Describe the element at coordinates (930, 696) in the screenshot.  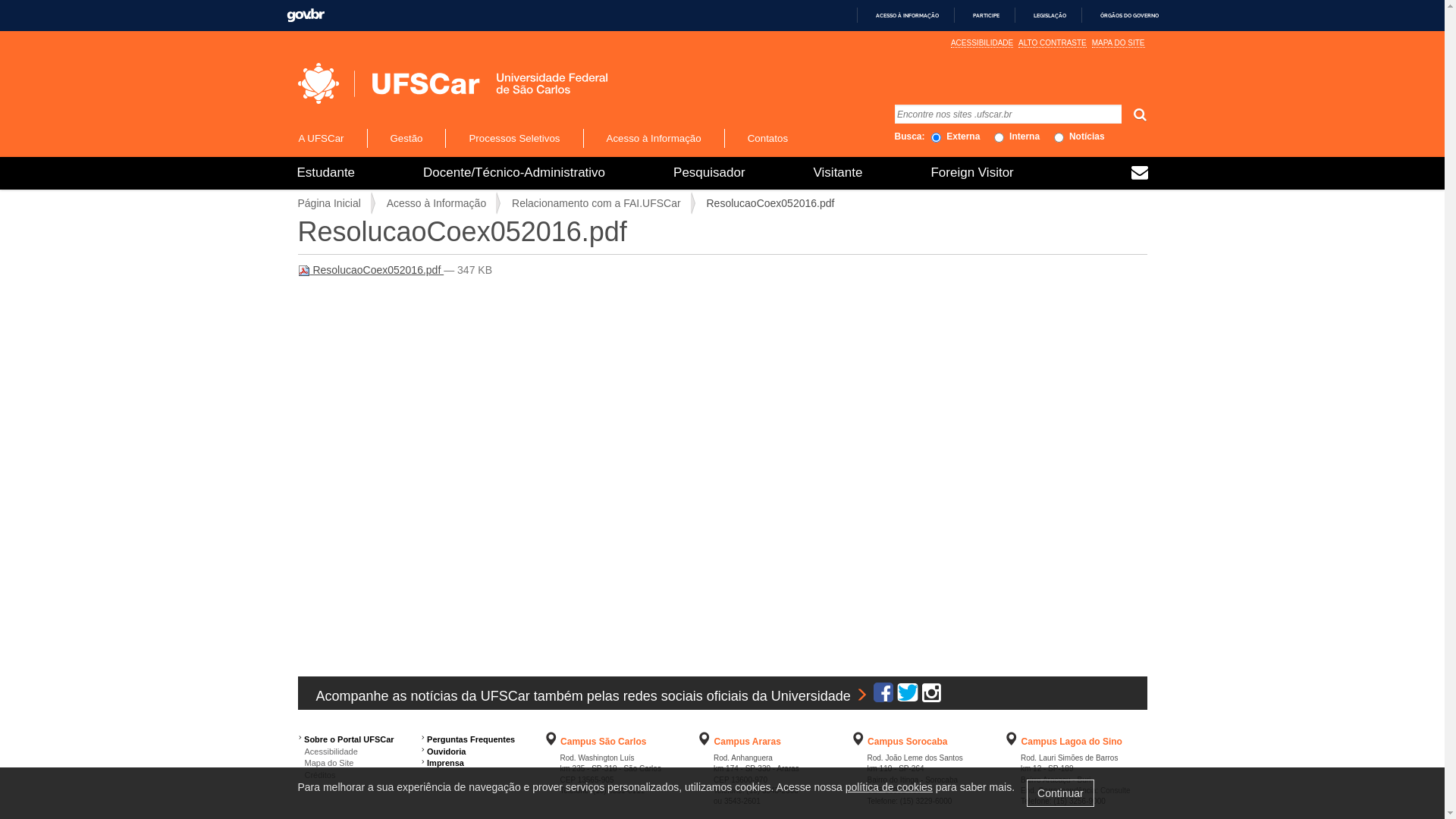
I see `'Instagram UFSCar Oficial'` at that location.